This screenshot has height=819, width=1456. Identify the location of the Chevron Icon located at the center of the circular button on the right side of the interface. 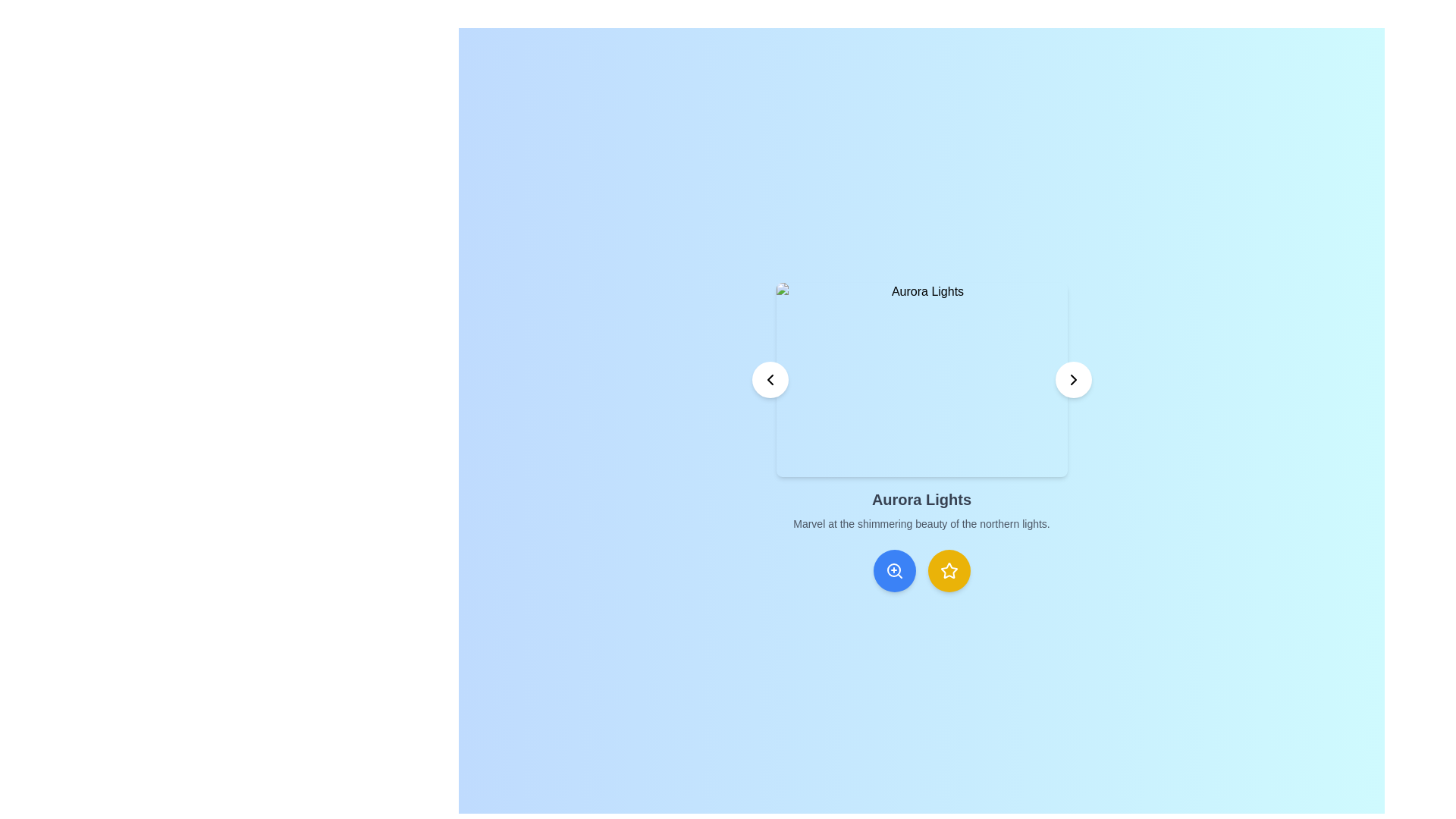
(1072, 379).